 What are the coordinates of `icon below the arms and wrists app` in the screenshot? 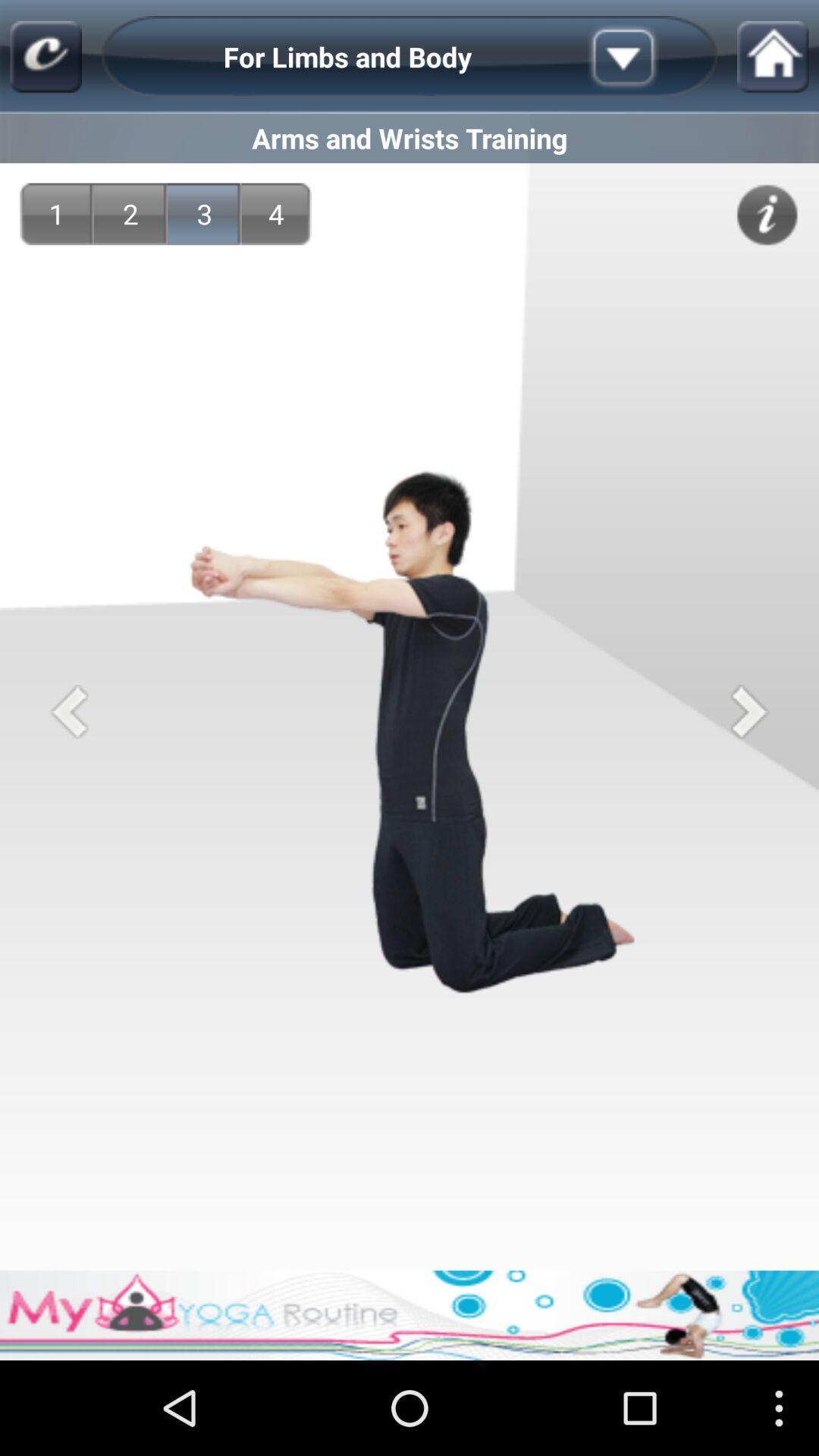 It's located at (55, 213).